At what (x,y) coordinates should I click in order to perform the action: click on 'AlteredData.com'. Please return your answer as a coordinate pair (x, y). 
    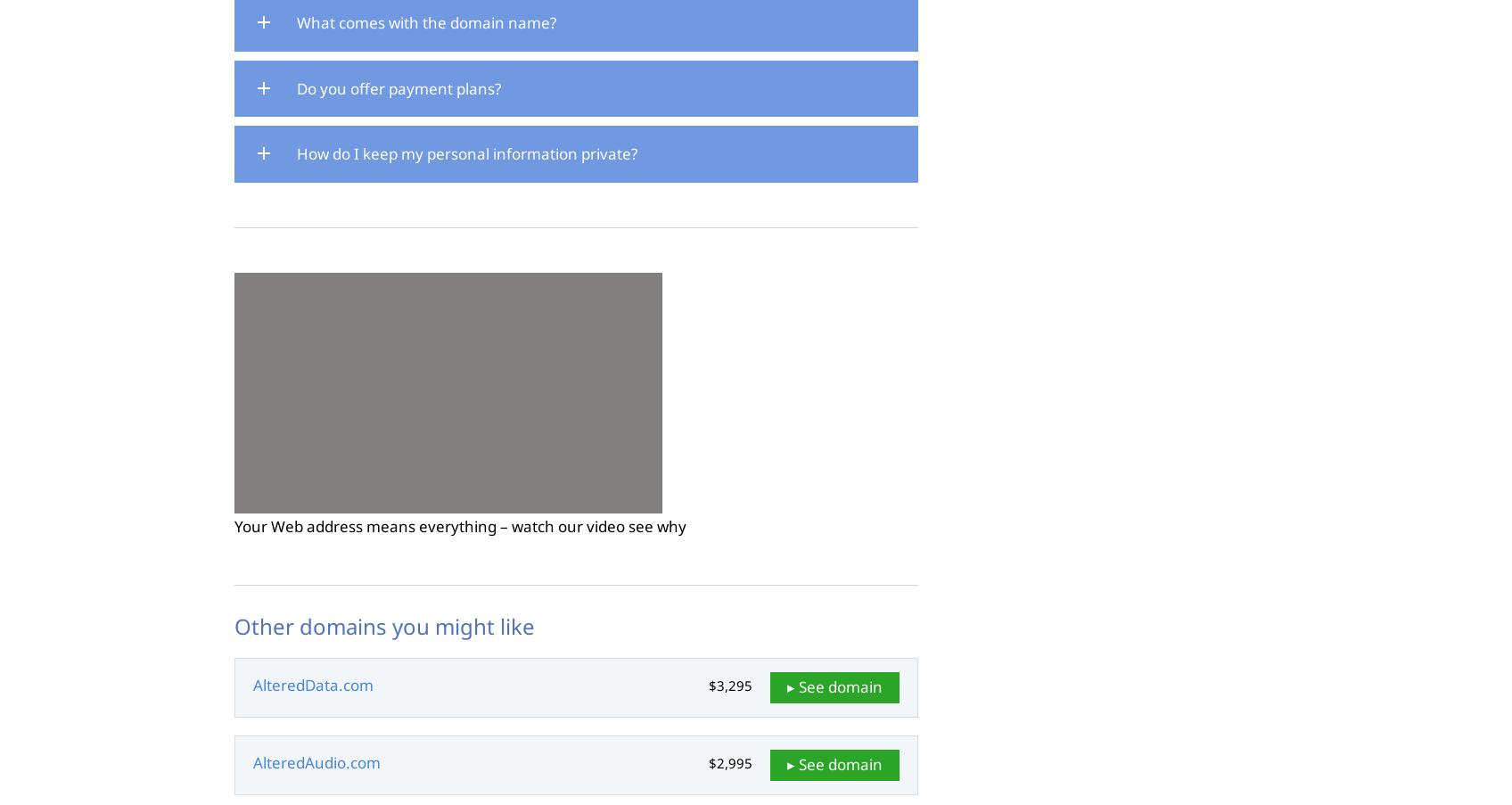
    Looking at the image, I should click on (313, 685).